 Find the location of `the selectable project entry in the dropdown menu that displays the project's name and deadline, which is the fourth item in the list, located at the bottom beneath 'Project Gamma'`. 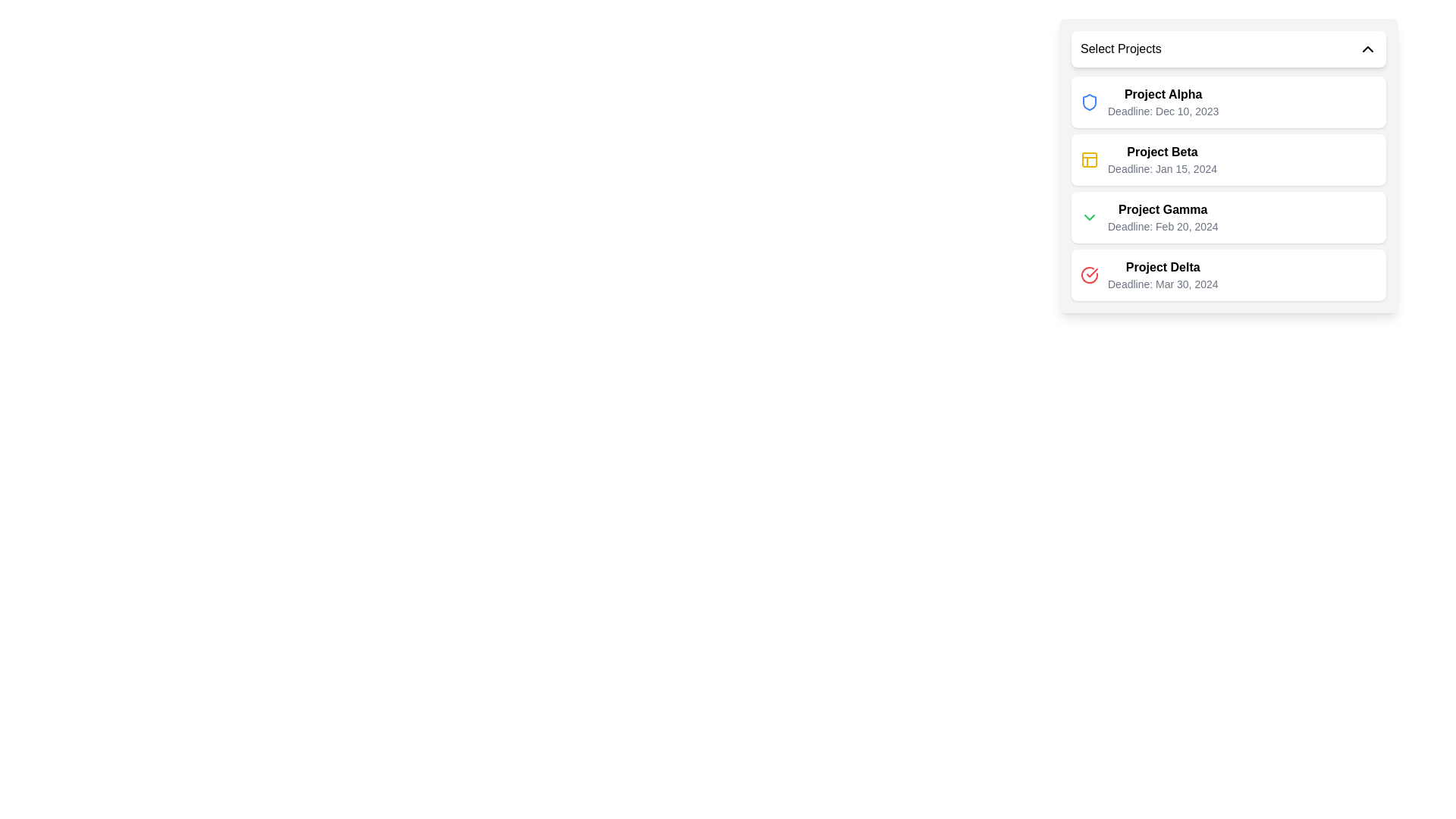

the selectable project entry in the dropdown menu that displays the project's name and deadline, which is the fourth item in the list, located at the bottom beneath 'Project Gamma' is located at coordinates (1162, 275).